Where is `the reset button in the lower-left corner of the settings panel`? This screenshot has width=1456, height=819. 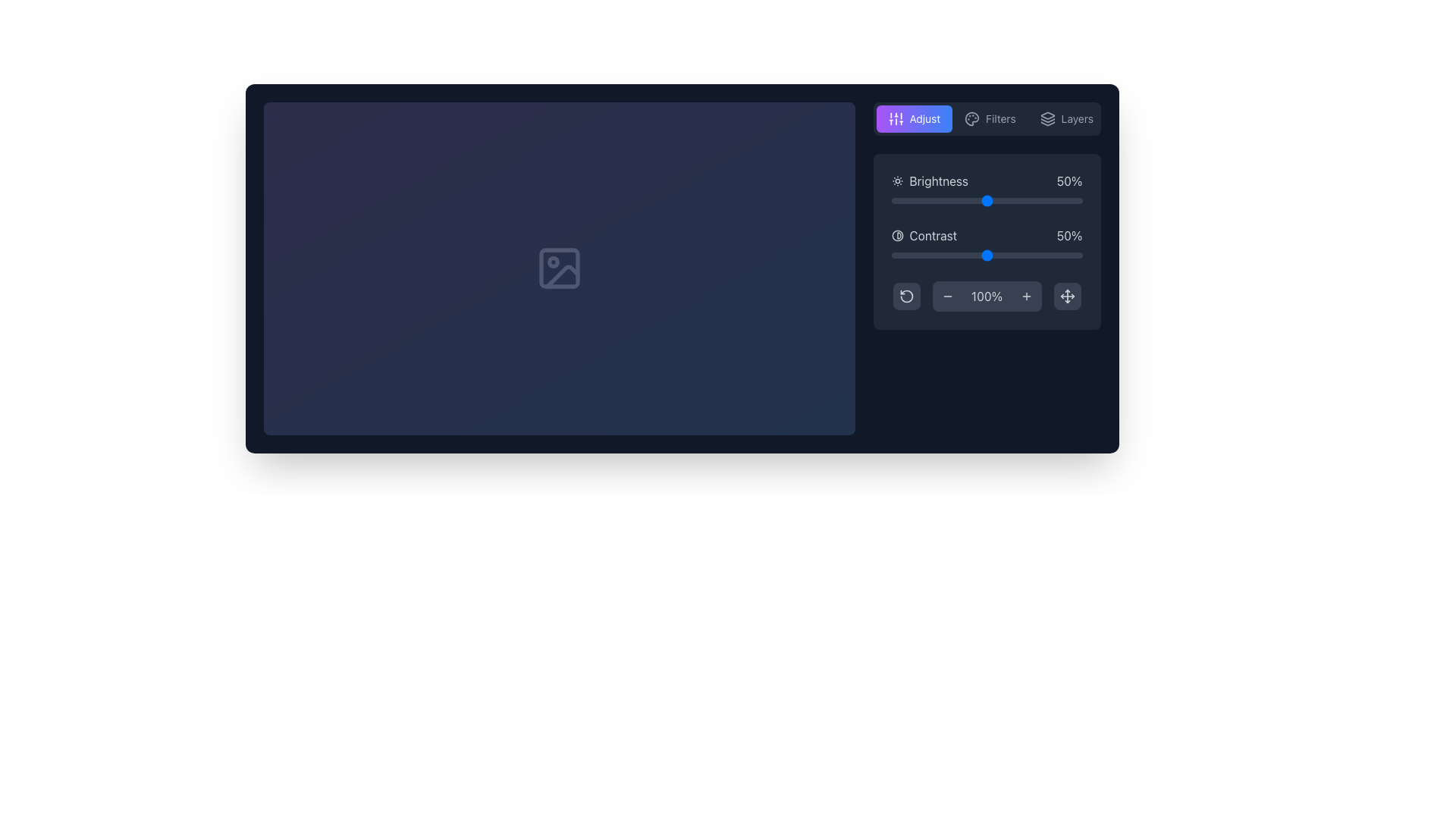 the reset button in the lower-left corner of the settings panel is located at coordinates (906, 296).